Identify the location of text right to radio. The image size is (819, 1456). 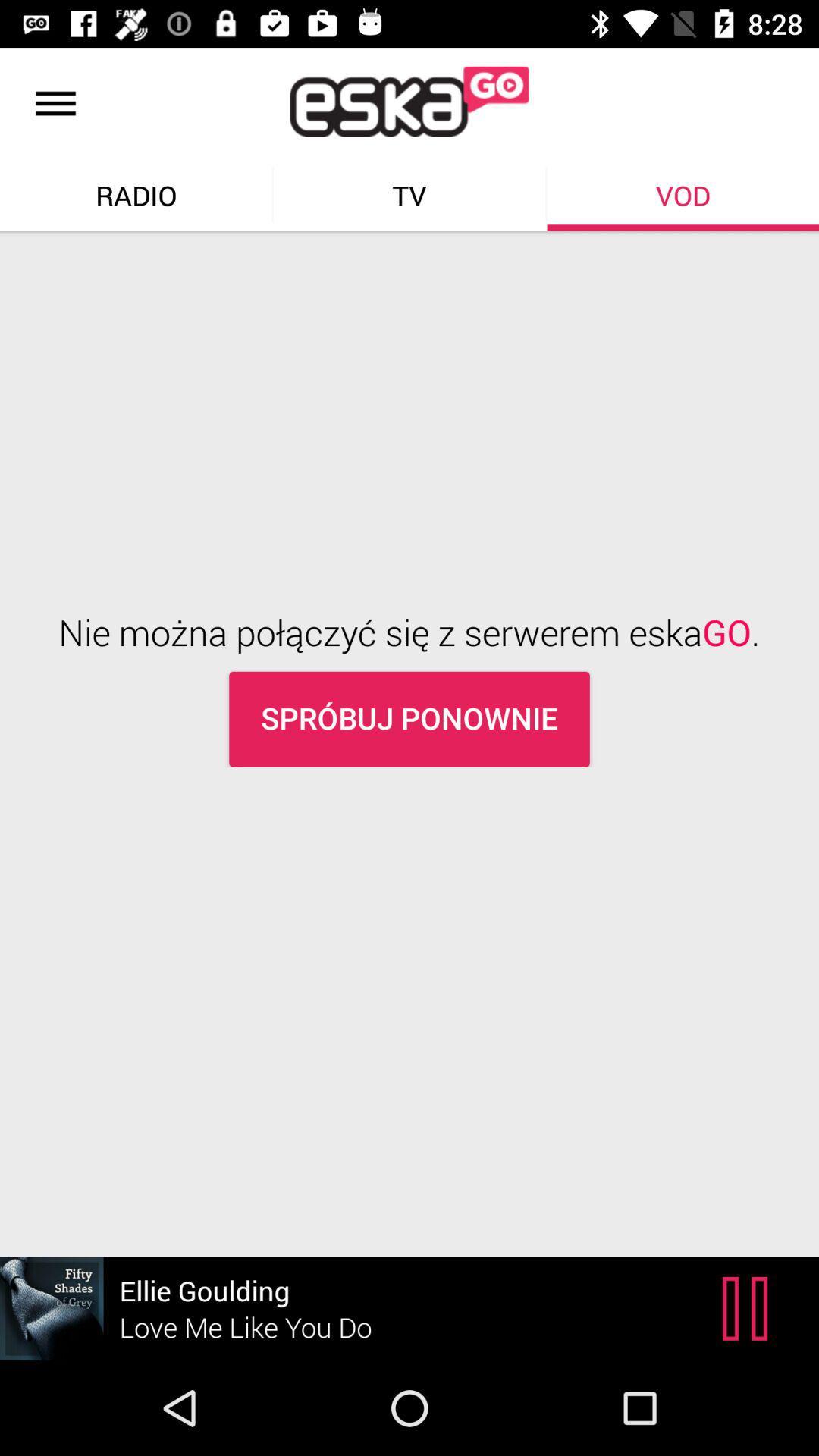
(409, 194).